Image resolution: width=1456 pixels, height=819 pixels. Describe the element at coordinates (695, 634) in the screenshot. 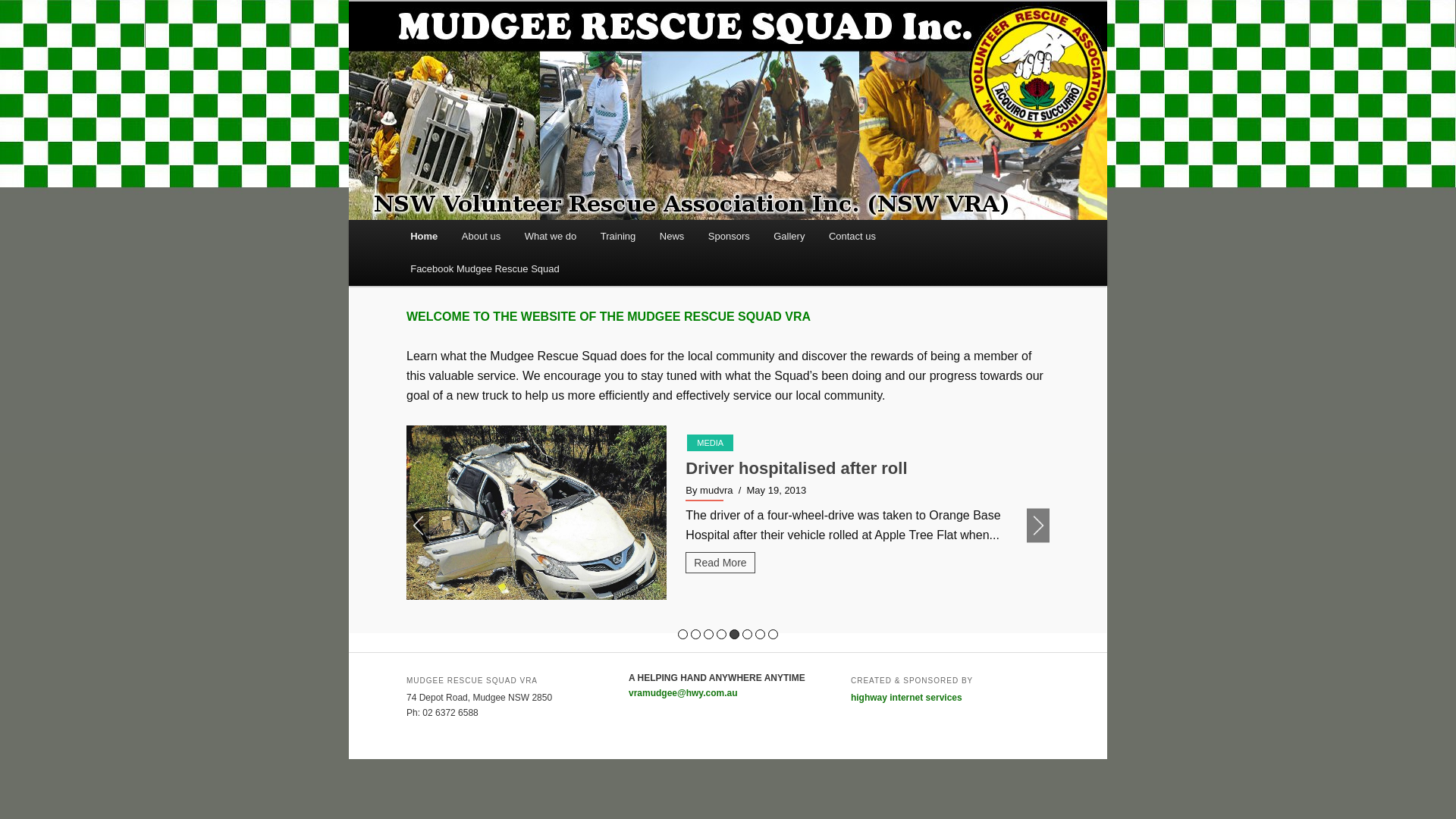

I see `'2'` at that location.